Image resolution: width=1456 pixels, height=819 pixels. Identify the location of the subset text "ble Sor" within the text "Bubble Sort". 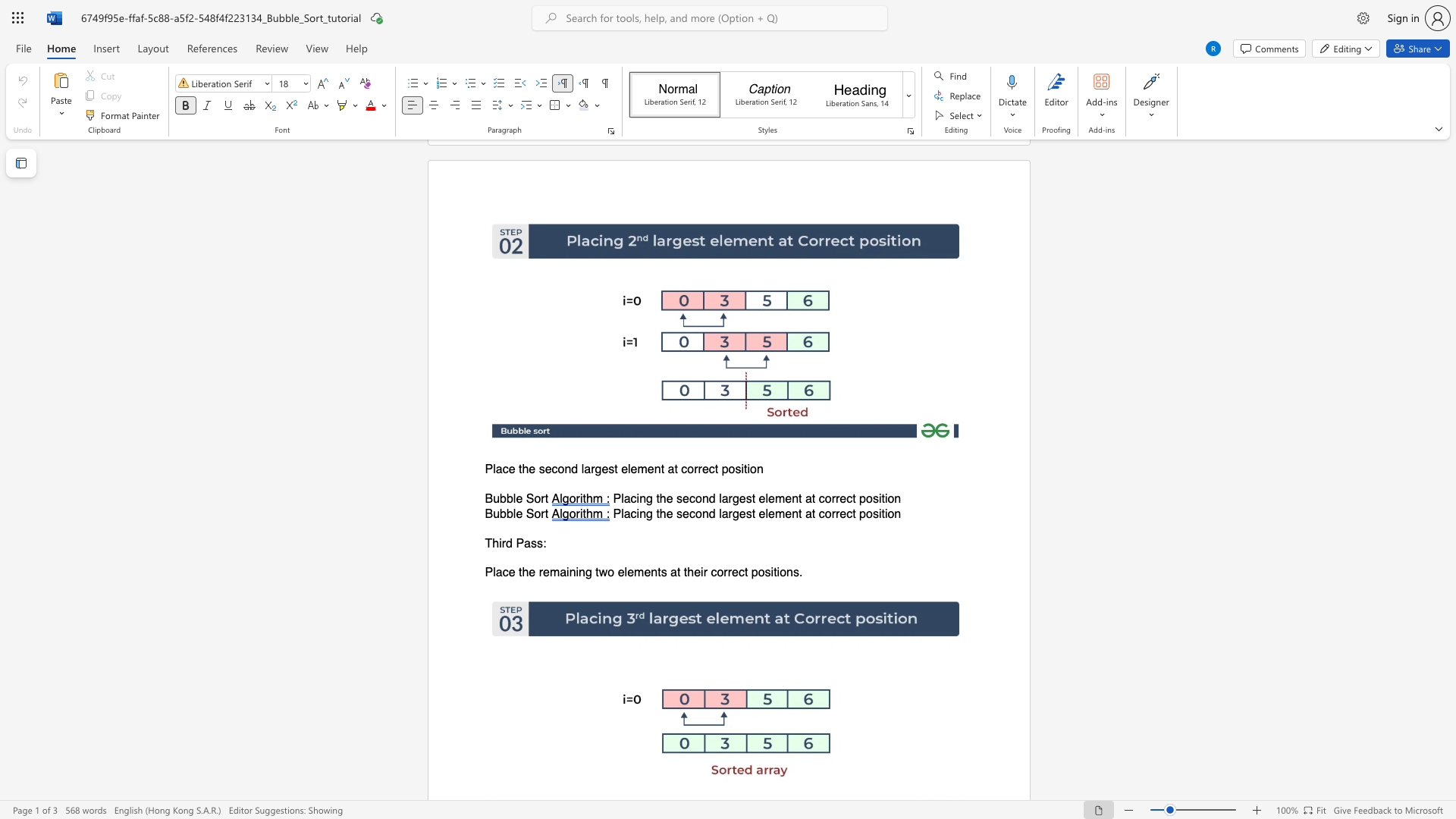
(506, 499).